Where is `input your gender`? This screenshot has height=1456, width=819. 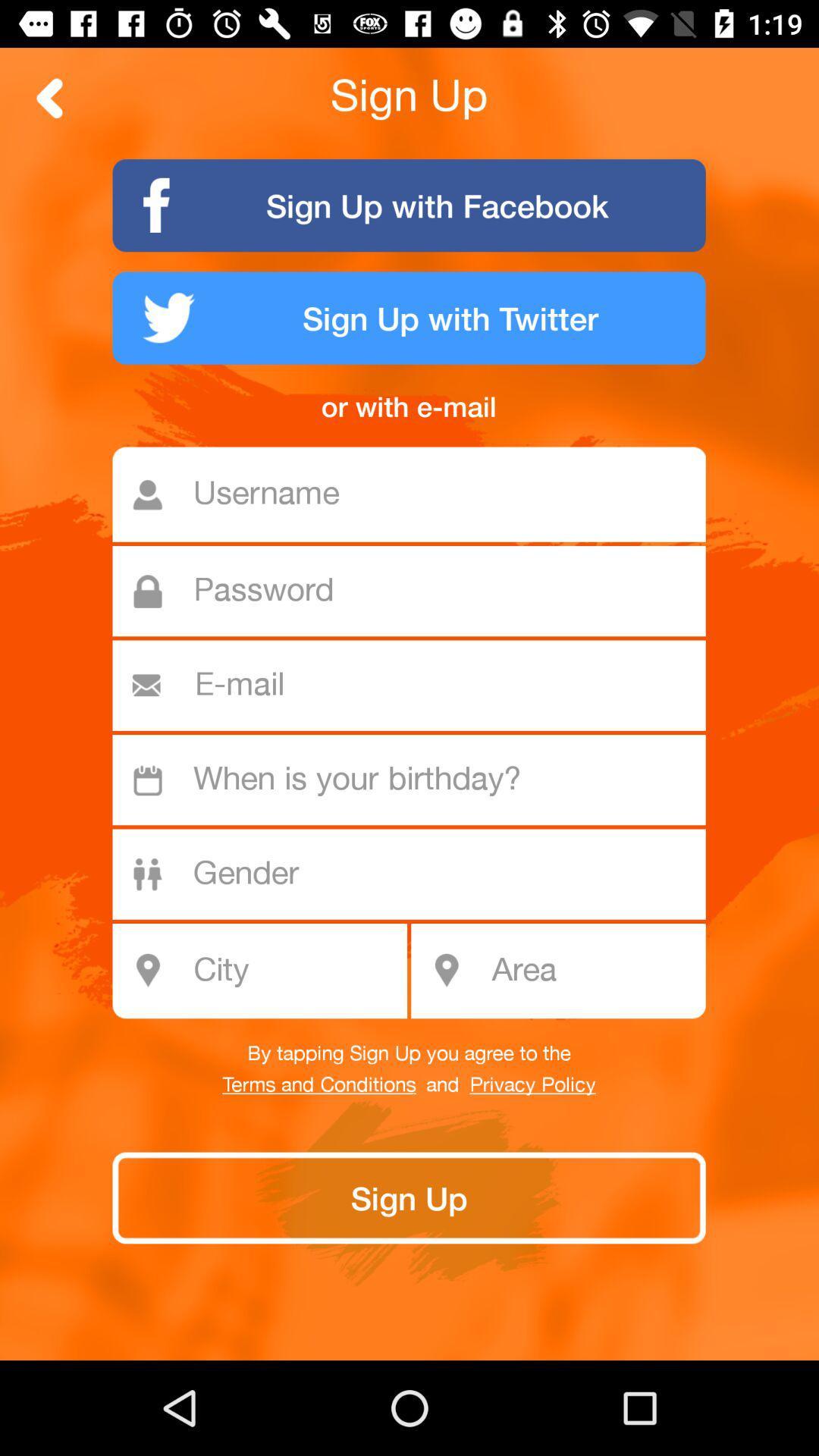 input your gender is located at coordinates (417, 874).